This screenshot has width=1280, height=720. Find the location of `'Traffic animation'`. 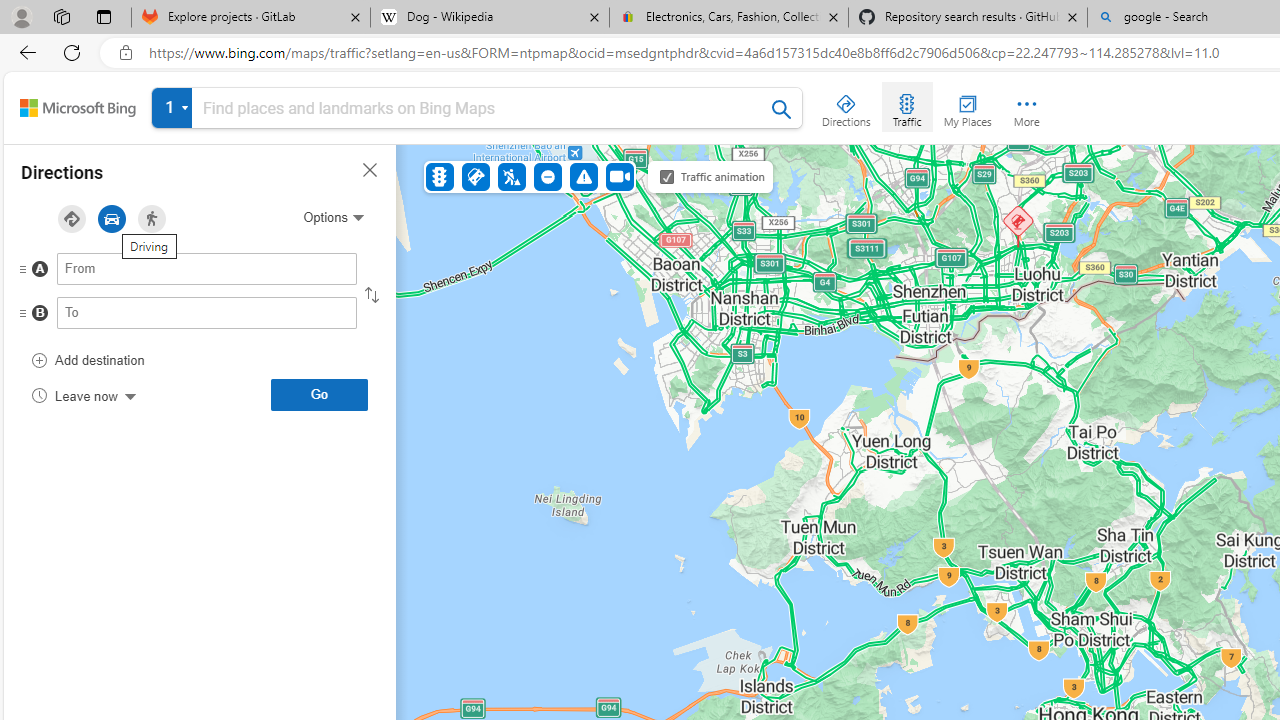

'Traffic animation' is located at coordinates (667, 176).